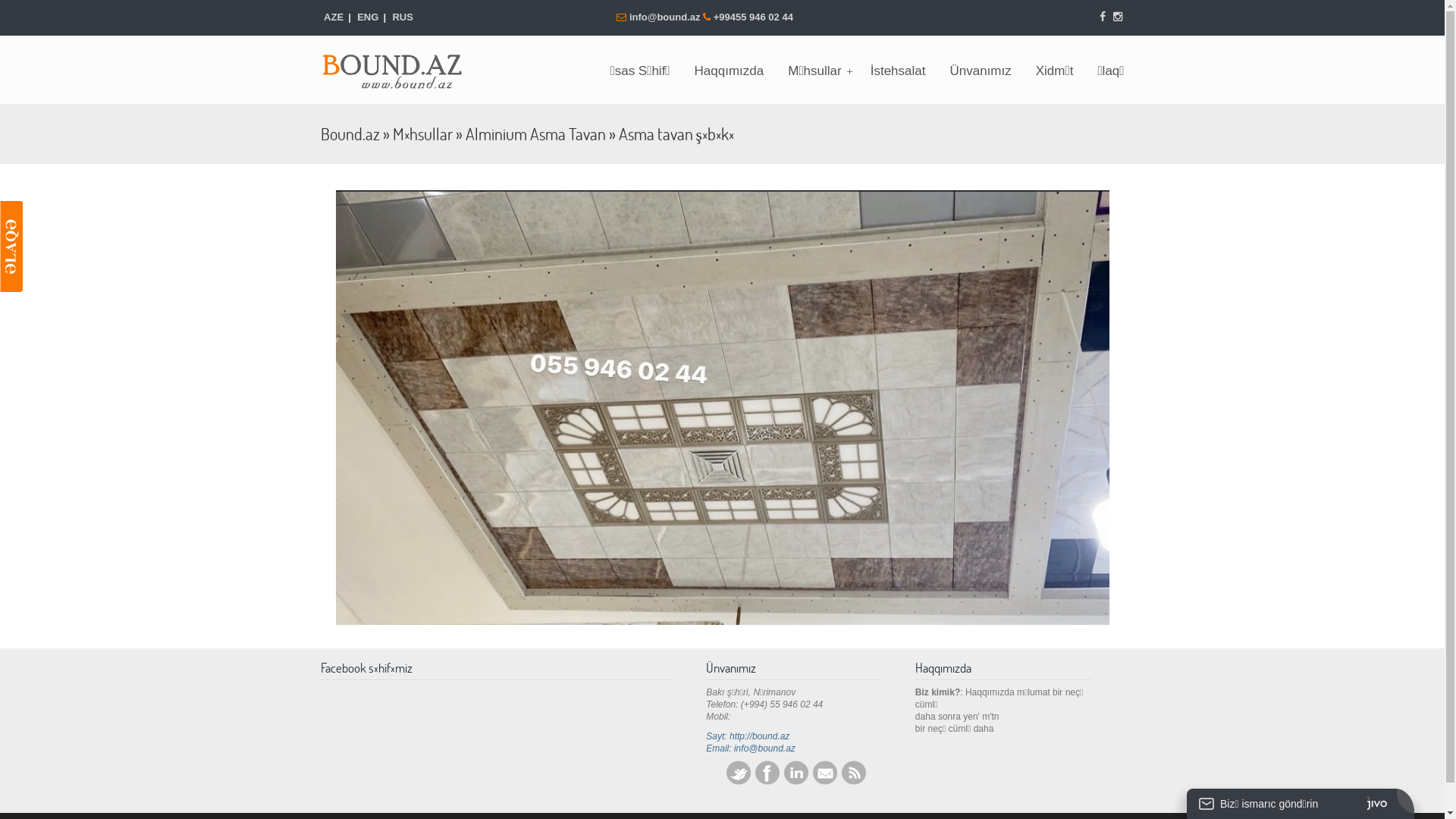  I want to click on '+99455 946 02 44', so click(753, 17).